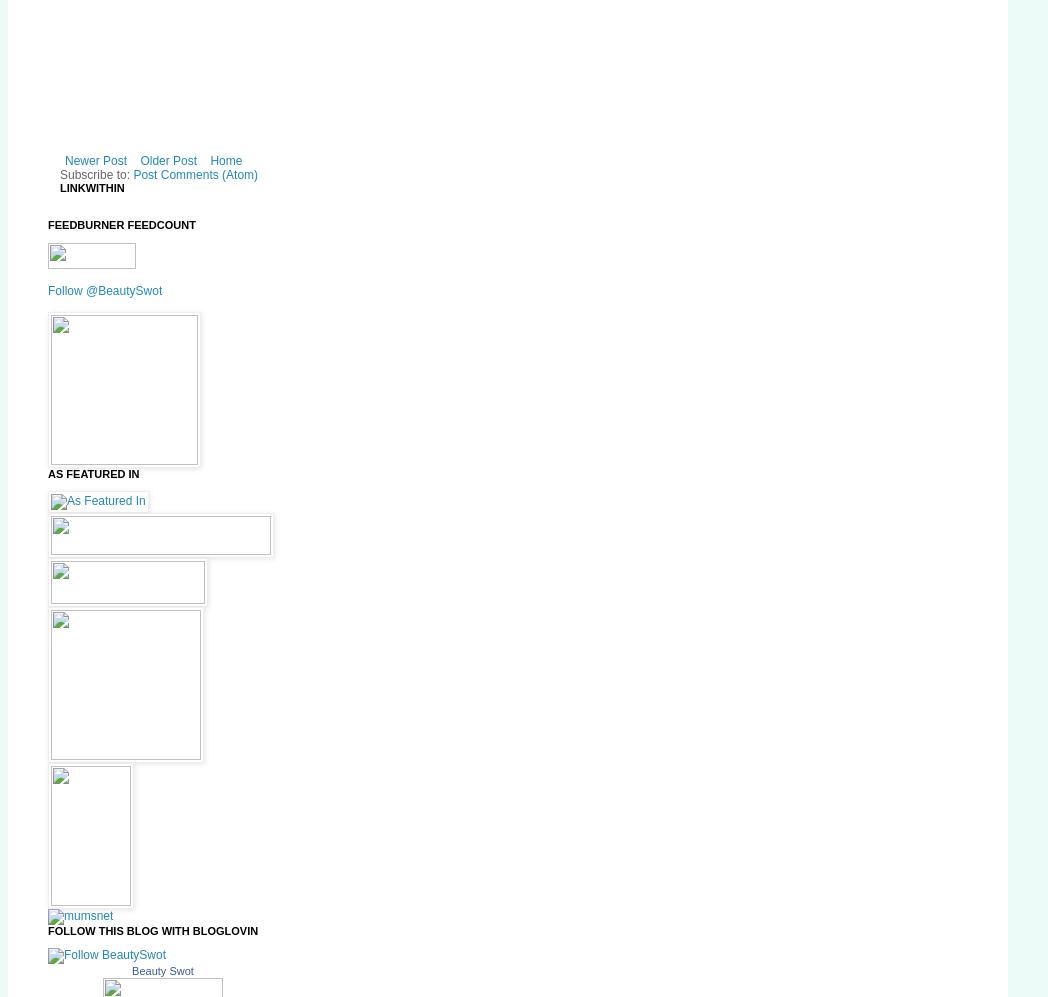  What do you see at coordinates (94, 160) in the screenshot?
I see `'Newer Post'` at bounding box center [94, 160].